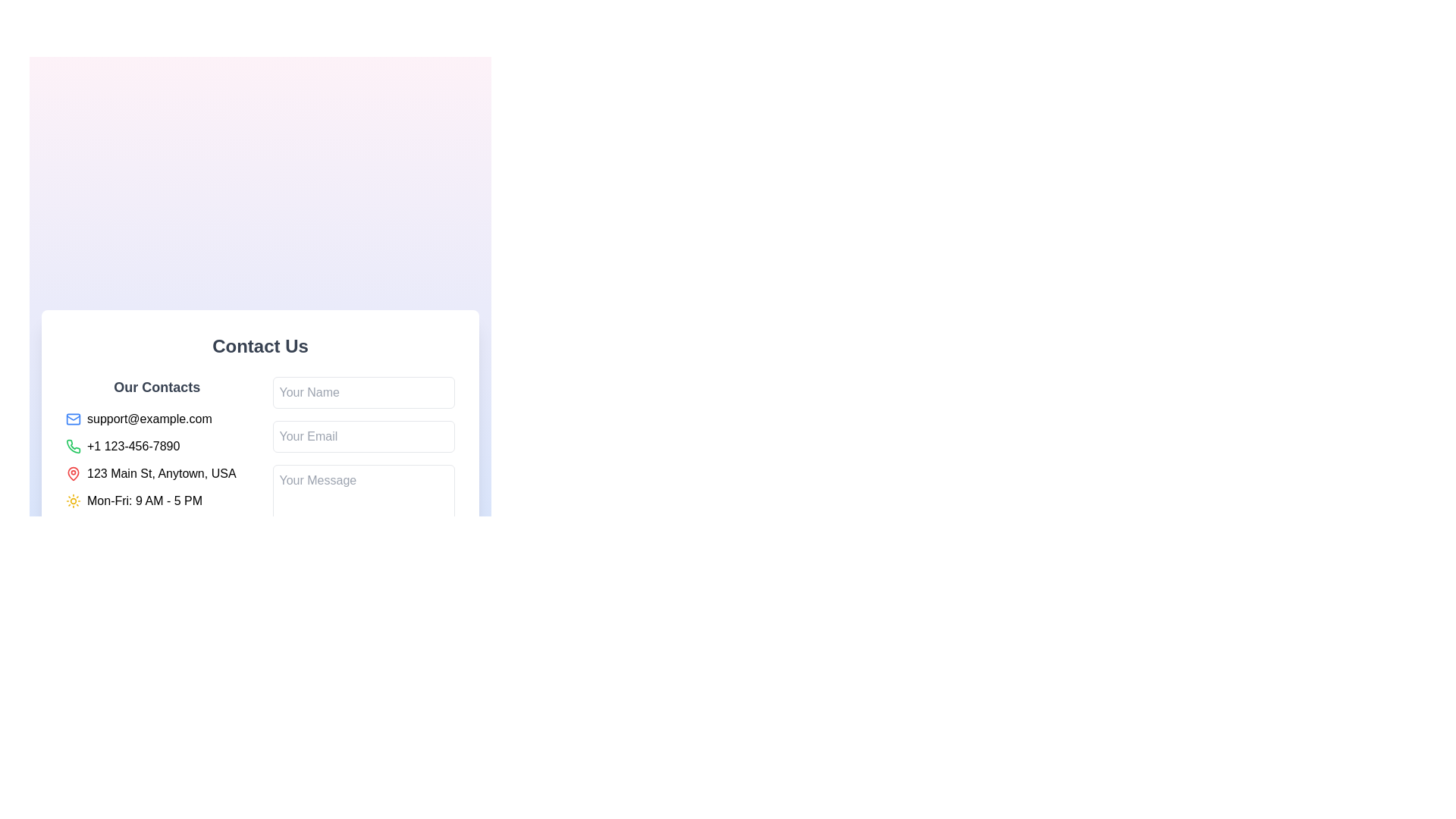  Describe the element at coordinates (157, 459) in the screenshot. I see `the interactive email or phone number link in the multi-line textual block containing contact information located in the 'Our Contacts' section` at that location.